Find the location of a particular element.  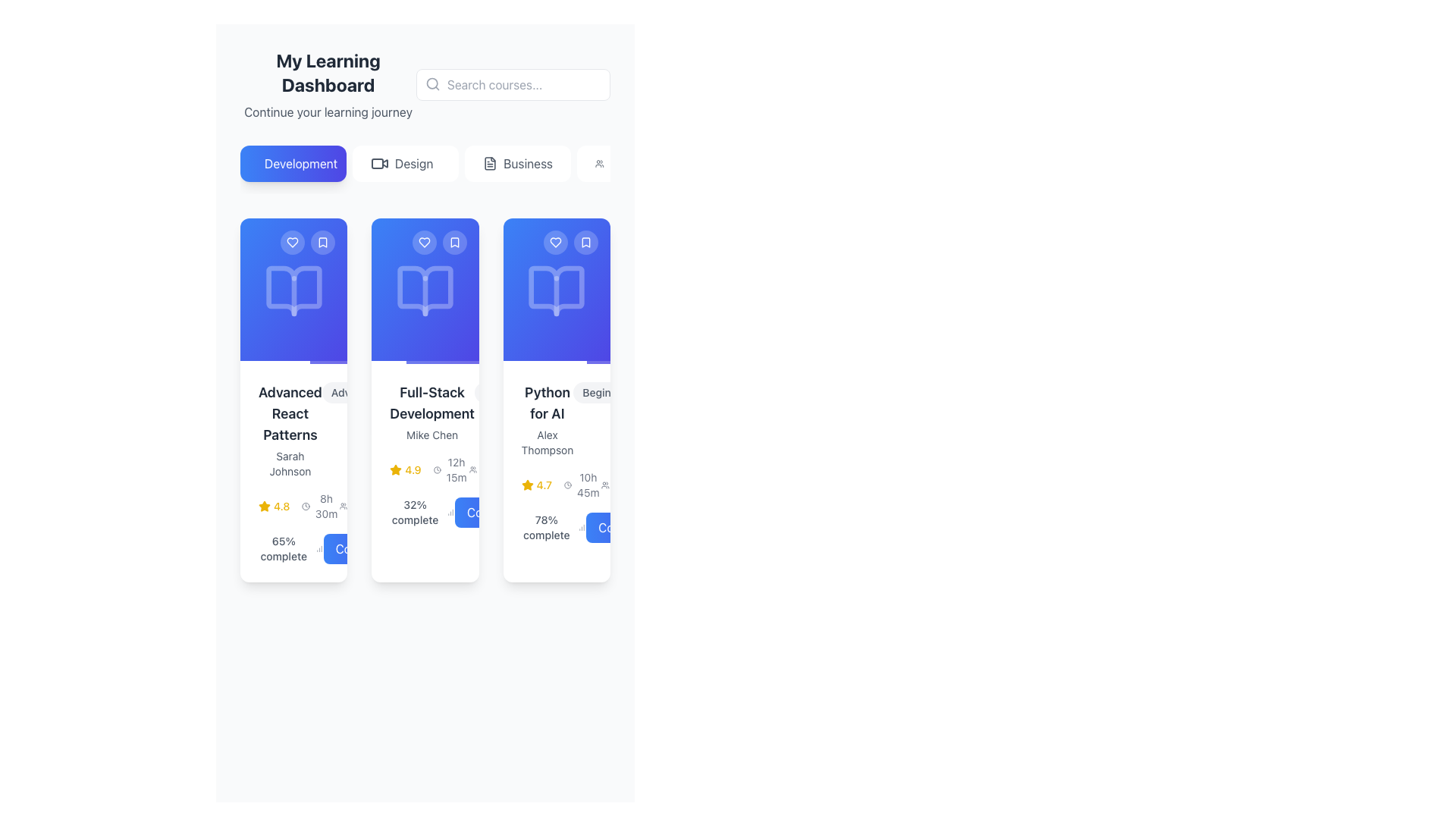

the heart icon within the circular button on the second card to favorite the course is located at coordinates (424, 242).